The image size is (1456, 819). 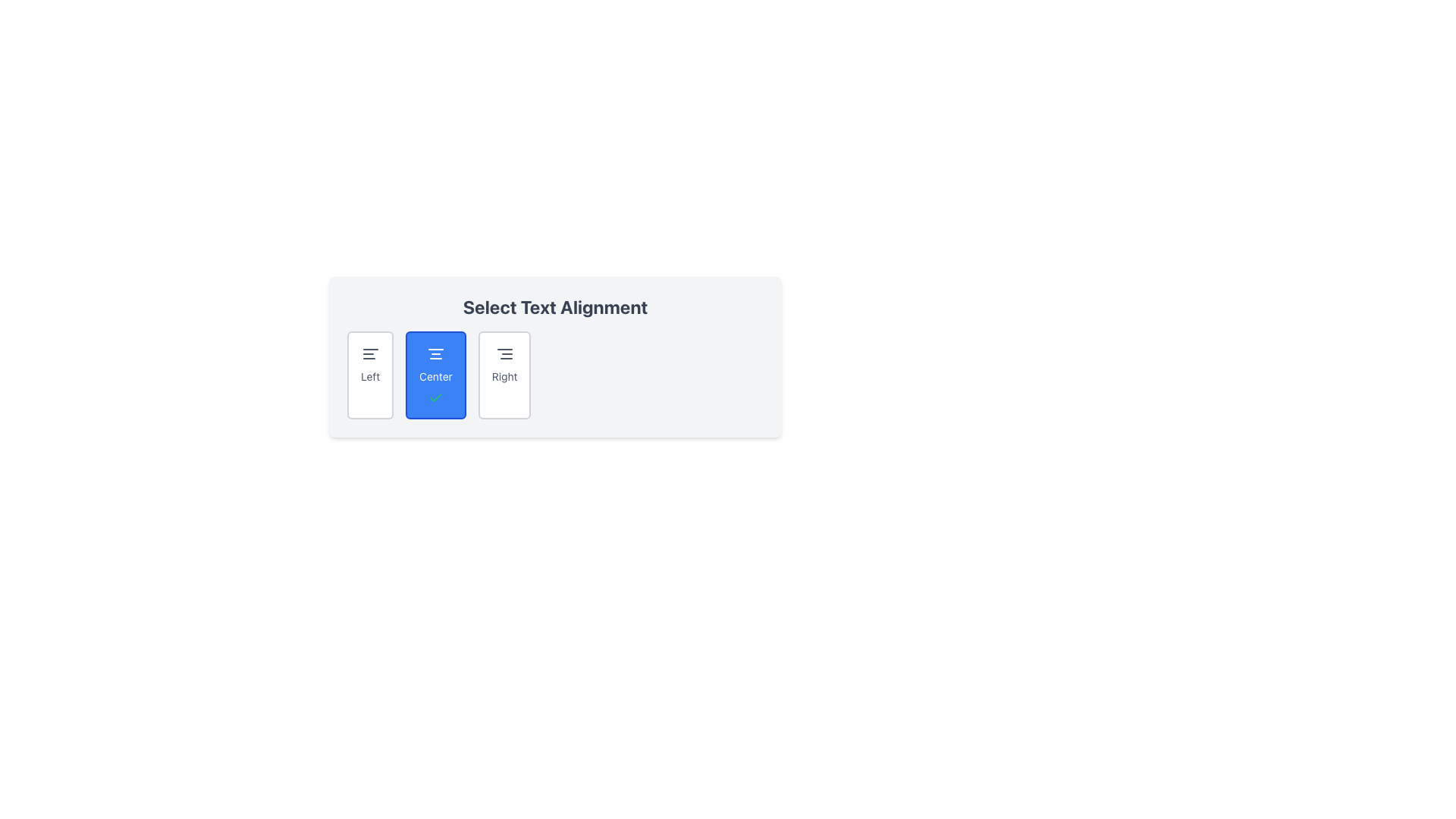 I want to click on the left-align button, which is the first button in a row of three alignment buttons, so click(x=370, y=375).